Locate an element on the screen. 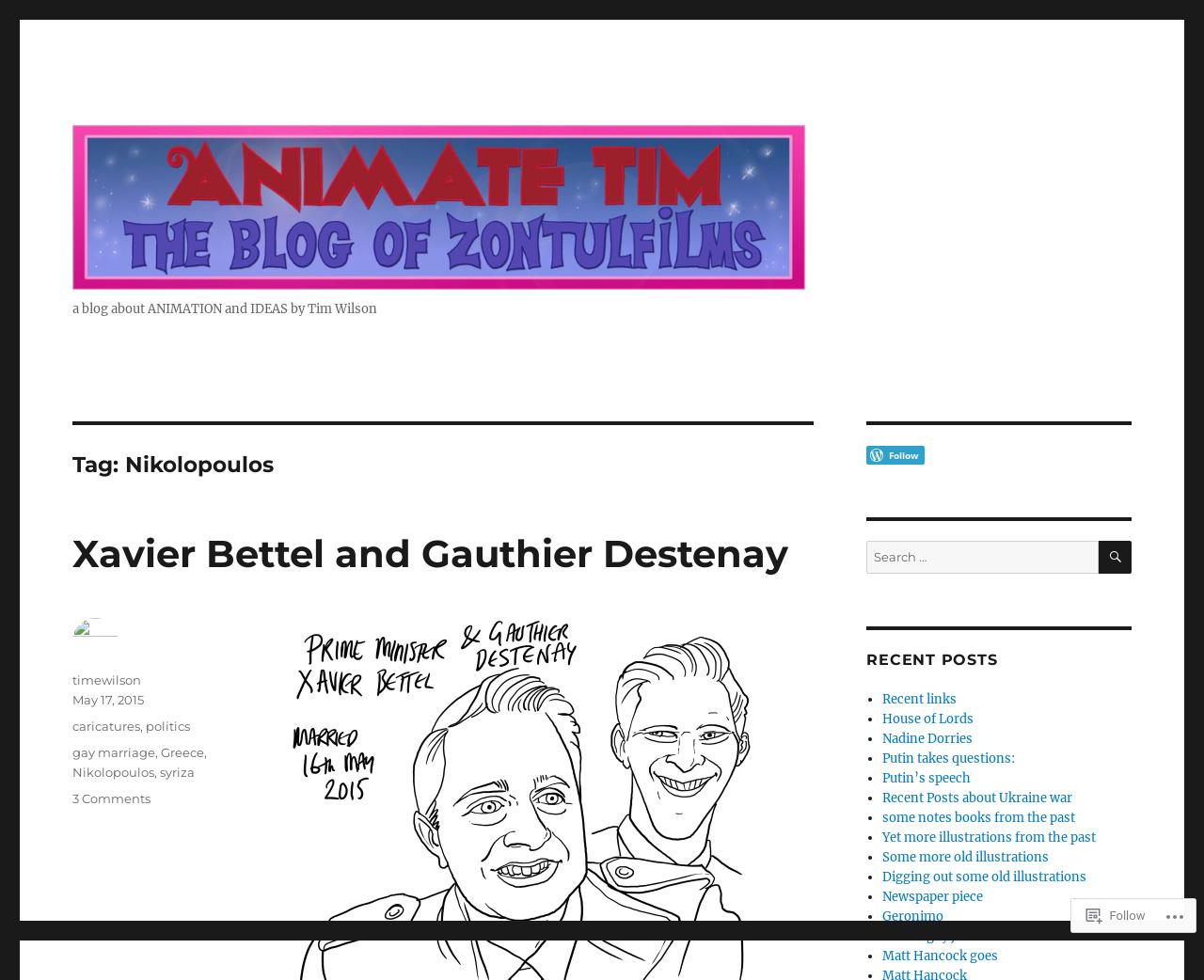  'gay marriage' is located at coordinates (112, 751).